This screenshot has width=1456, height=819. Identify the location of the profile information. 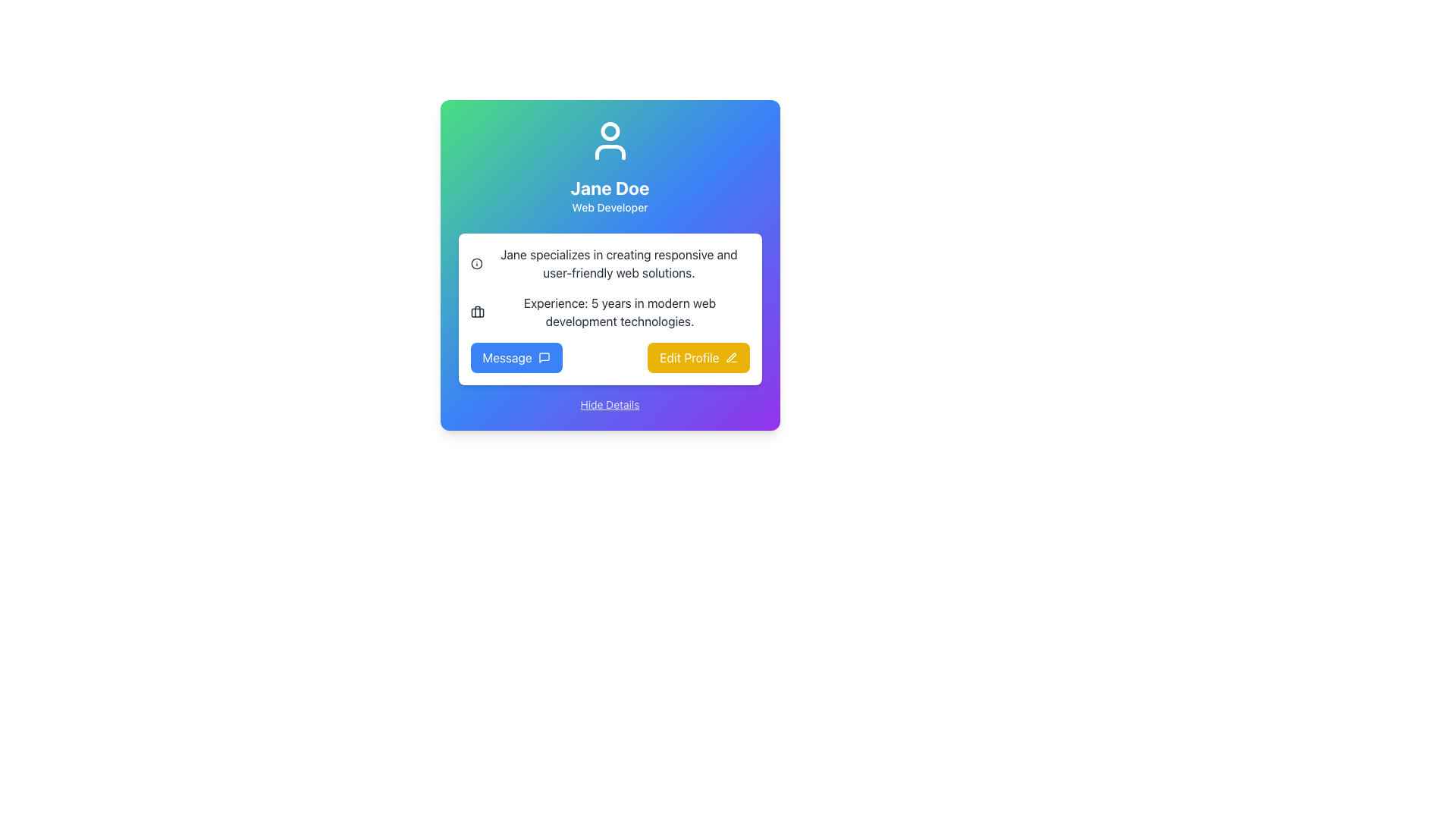
(610, 166).